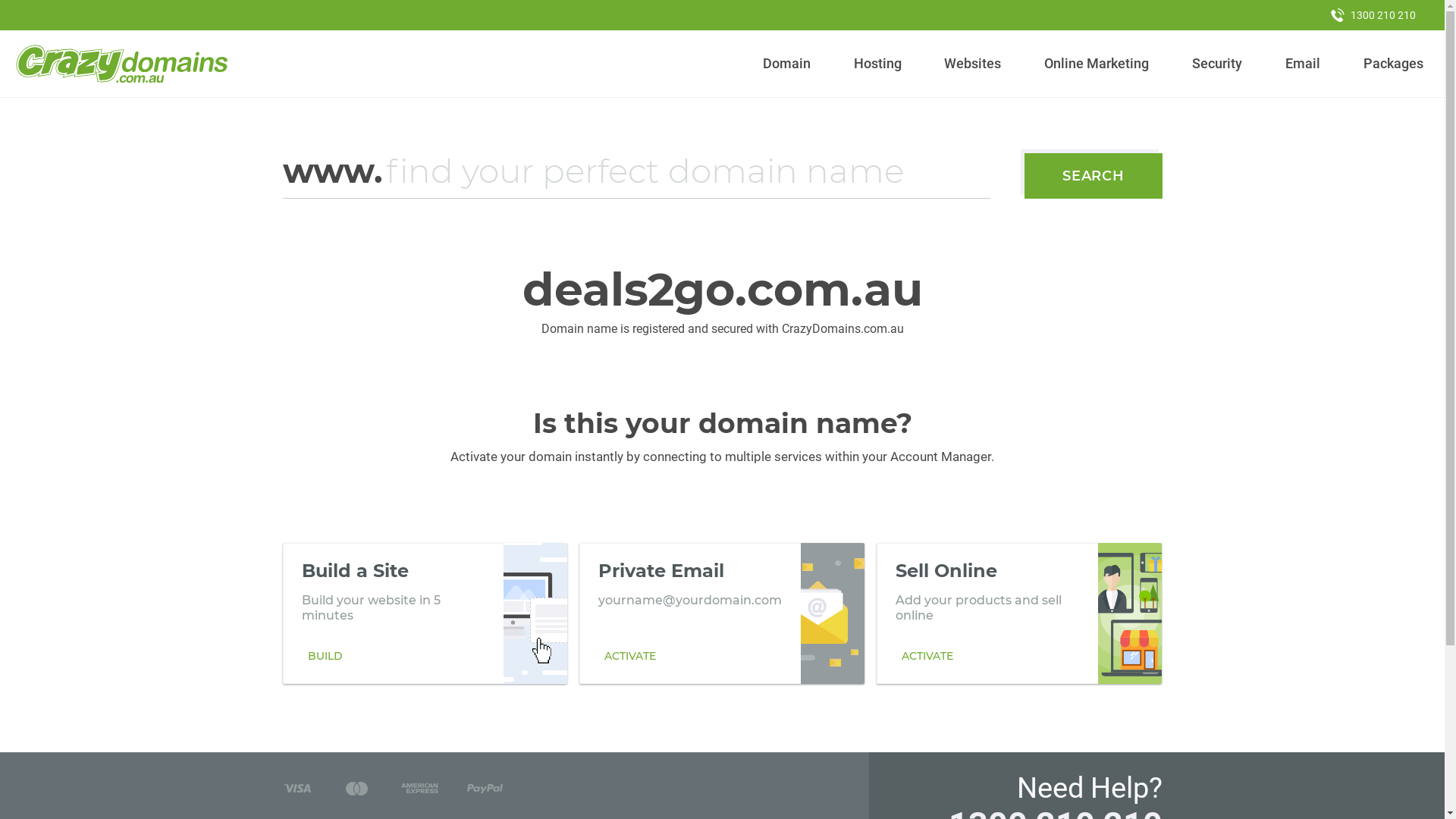 The image size is (1456, 819). What do you see at coordinates (1097, 63) in the screenshot?
I see `'Online Marketing'` at bounding box center [1097, 63].